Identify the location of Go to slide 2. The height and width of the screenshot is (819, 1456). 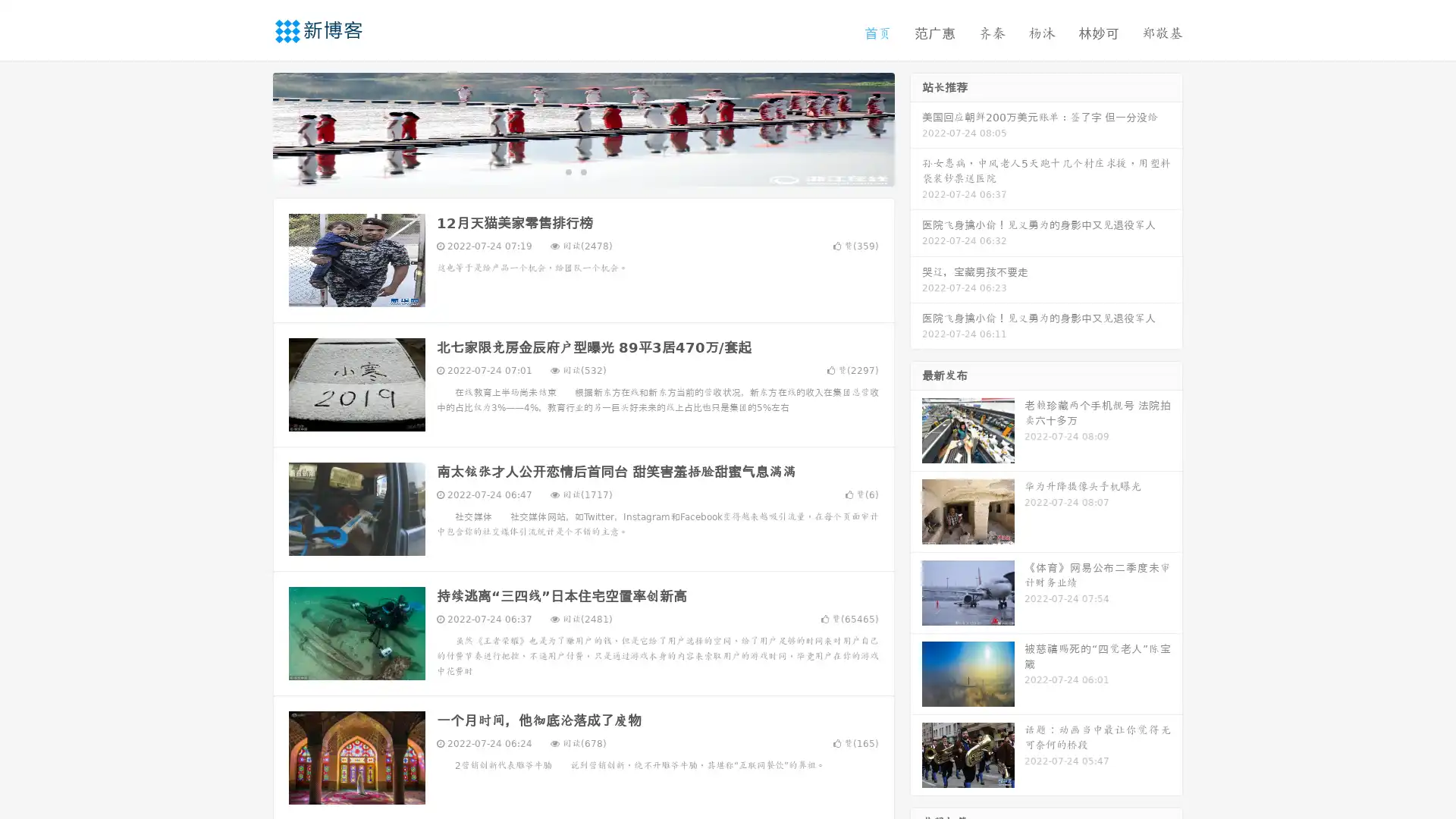
(582, 171).